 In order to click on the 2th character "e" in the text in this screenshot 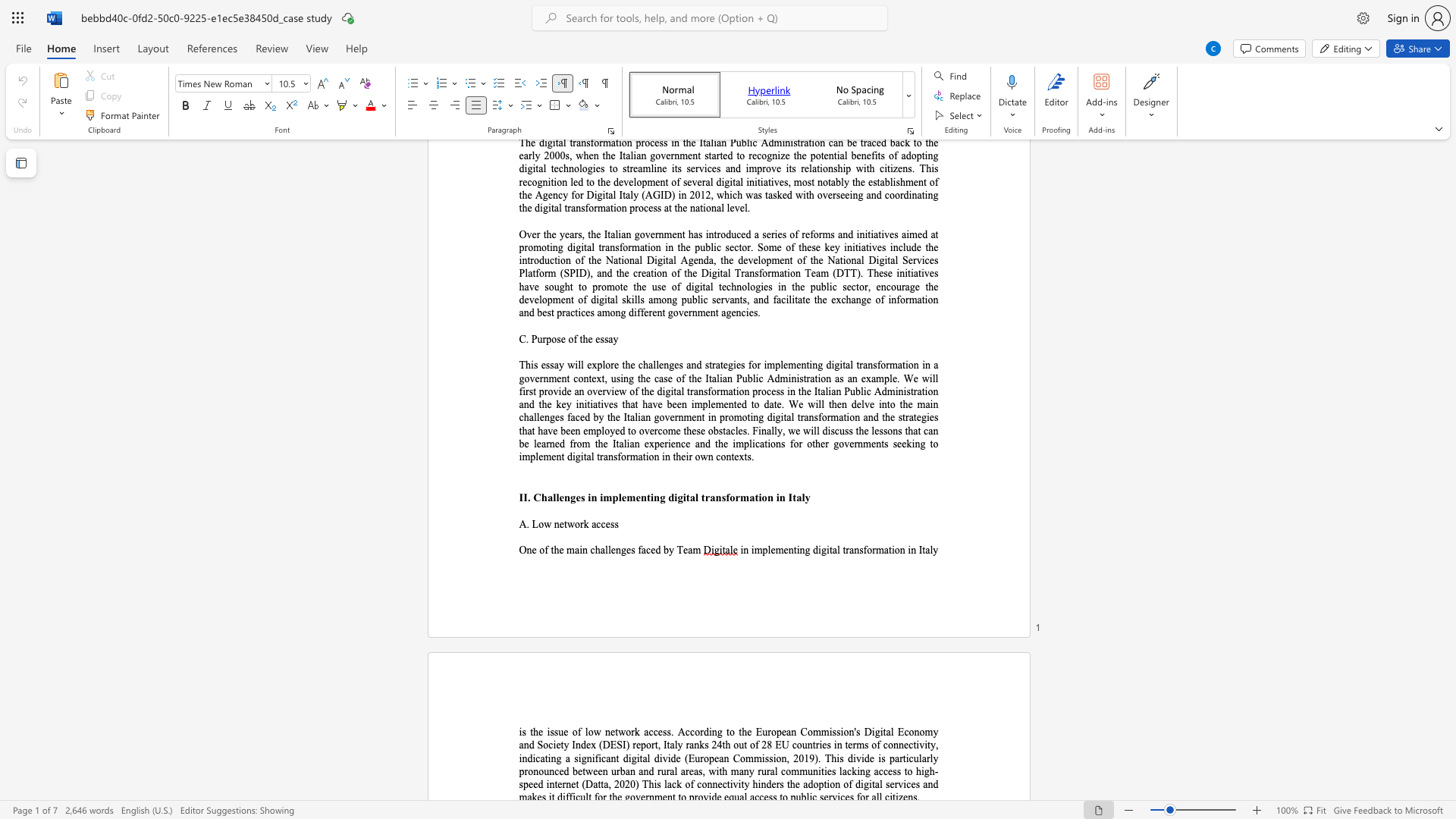, I will do `click(565, 731)`.